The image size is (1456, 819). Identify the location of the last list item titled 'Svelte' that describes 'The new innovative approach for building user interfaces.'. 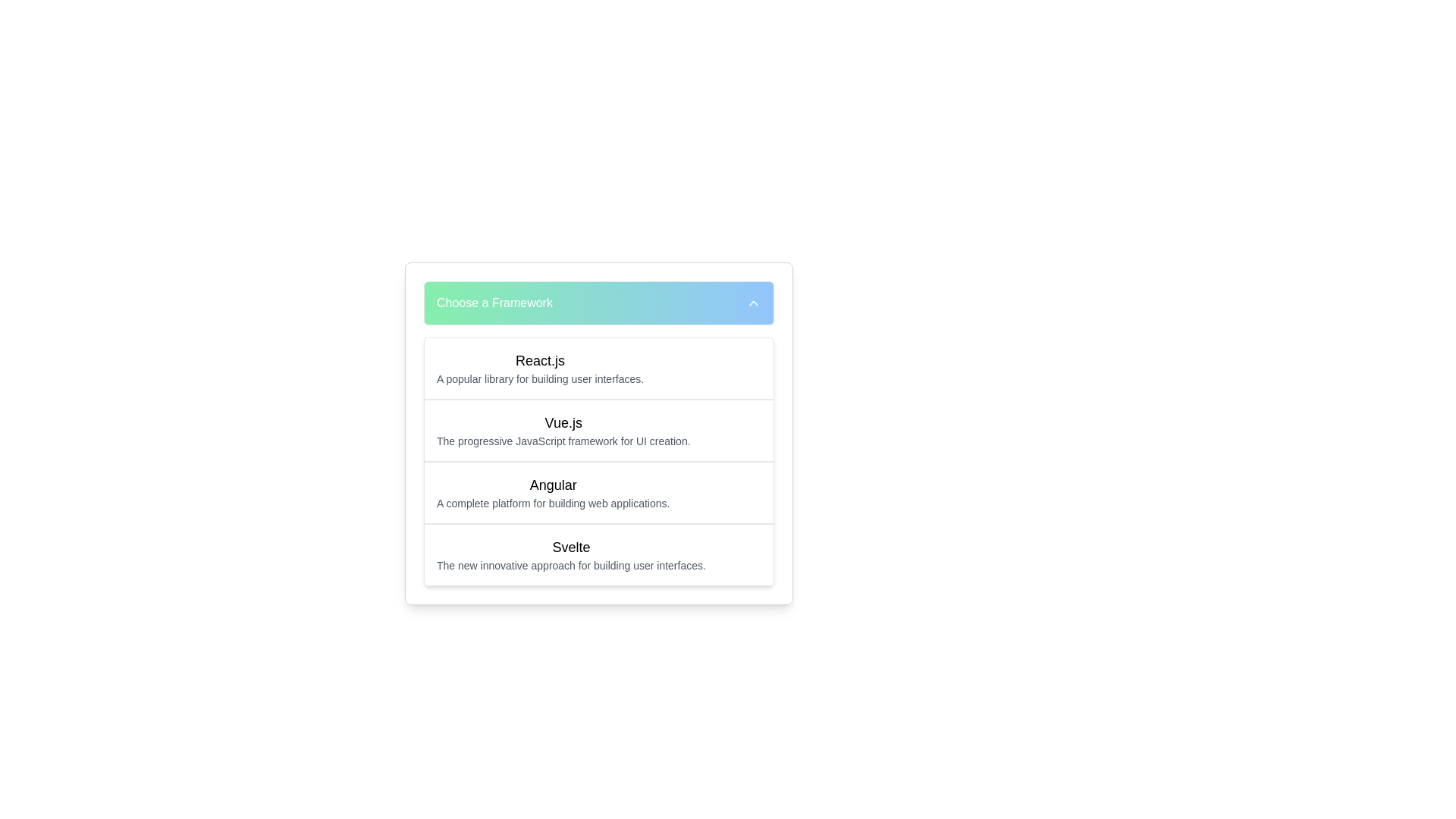
(598, 554).